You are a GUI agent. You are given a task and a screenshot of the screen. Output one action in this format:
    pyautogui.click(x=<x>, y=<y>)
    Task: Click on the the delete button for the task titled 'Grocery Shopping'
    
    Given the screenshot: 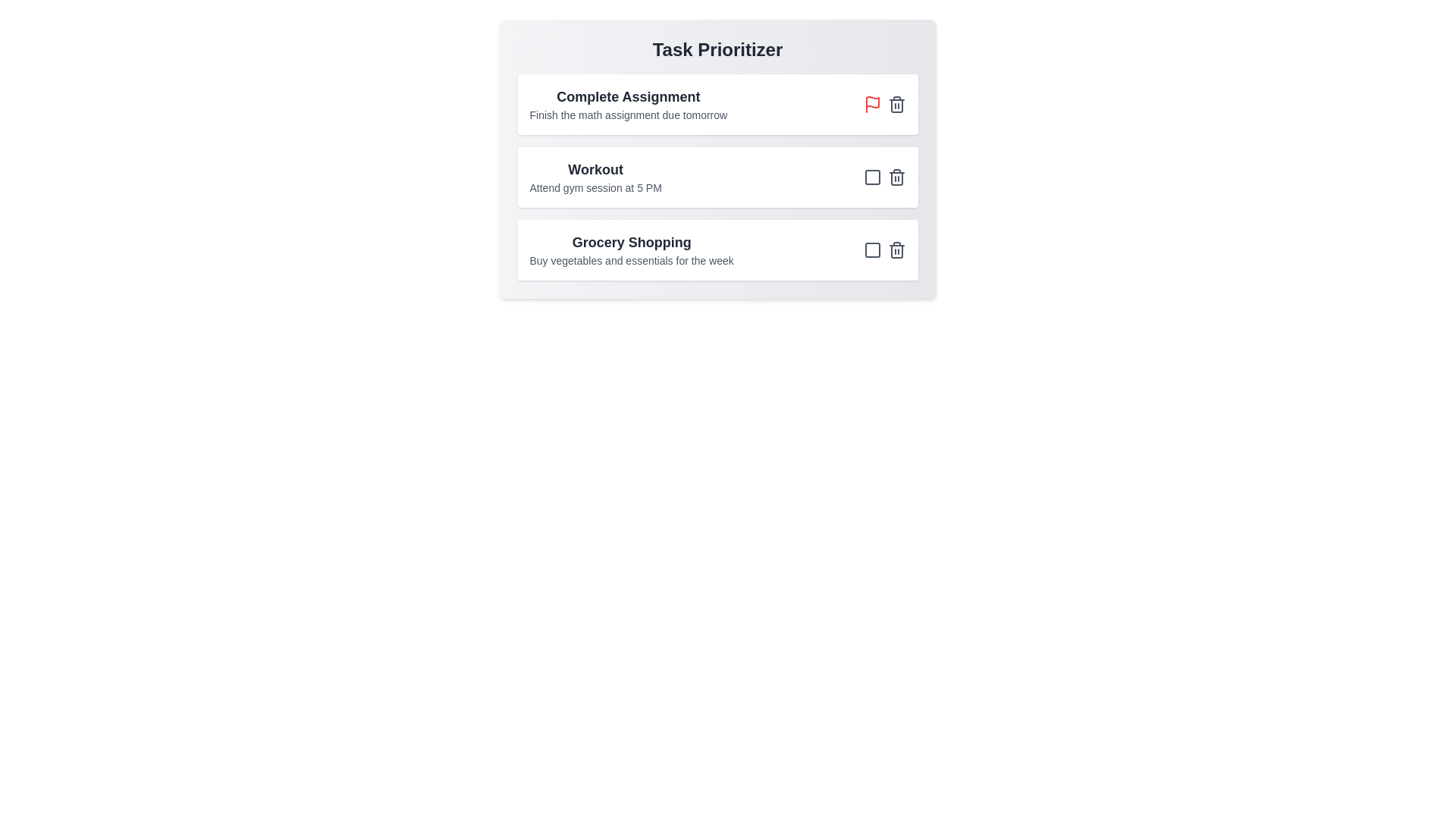 What is the action you would take?
    pyautogui.click(x=896, y=249)
    